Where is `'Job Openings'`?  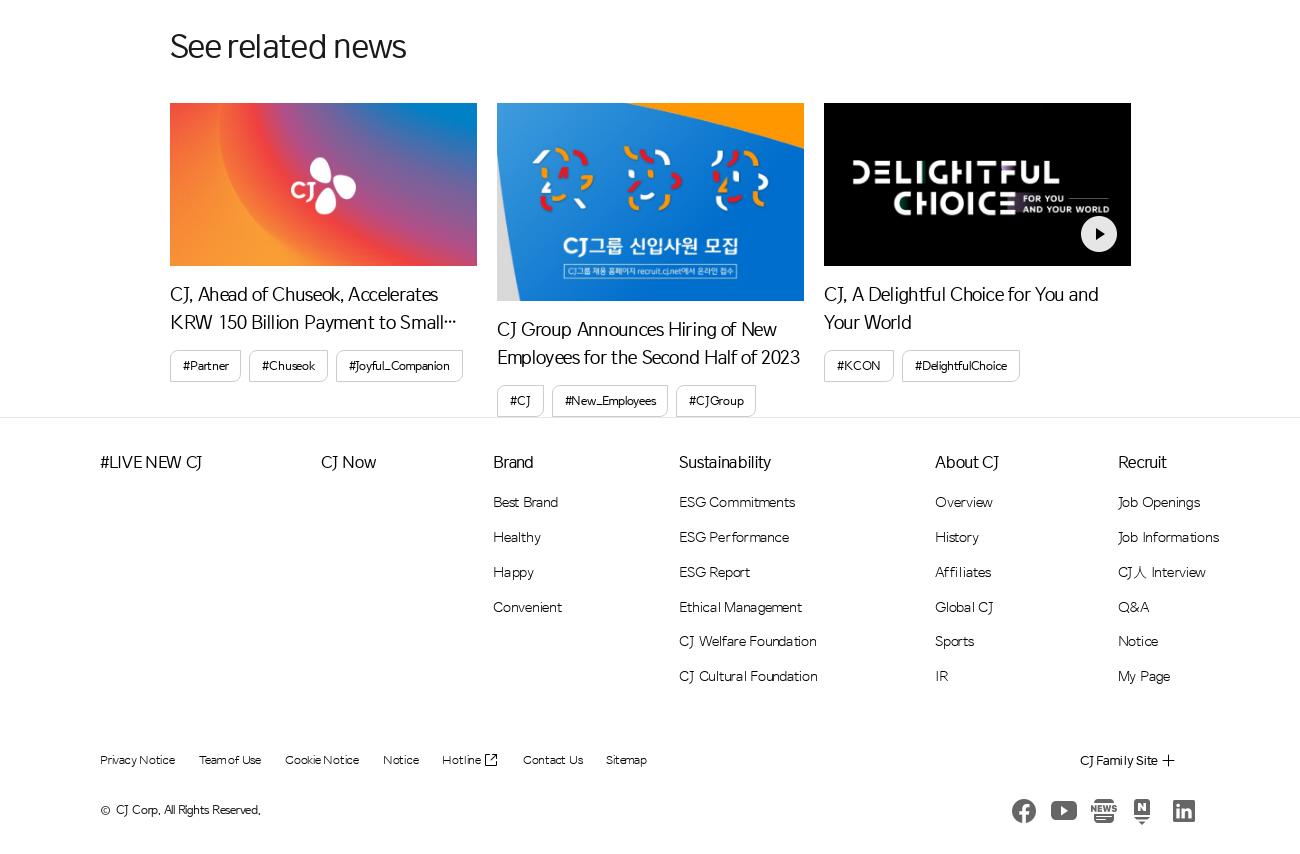 'Job Openings' is located at coordinates (1158, 501).